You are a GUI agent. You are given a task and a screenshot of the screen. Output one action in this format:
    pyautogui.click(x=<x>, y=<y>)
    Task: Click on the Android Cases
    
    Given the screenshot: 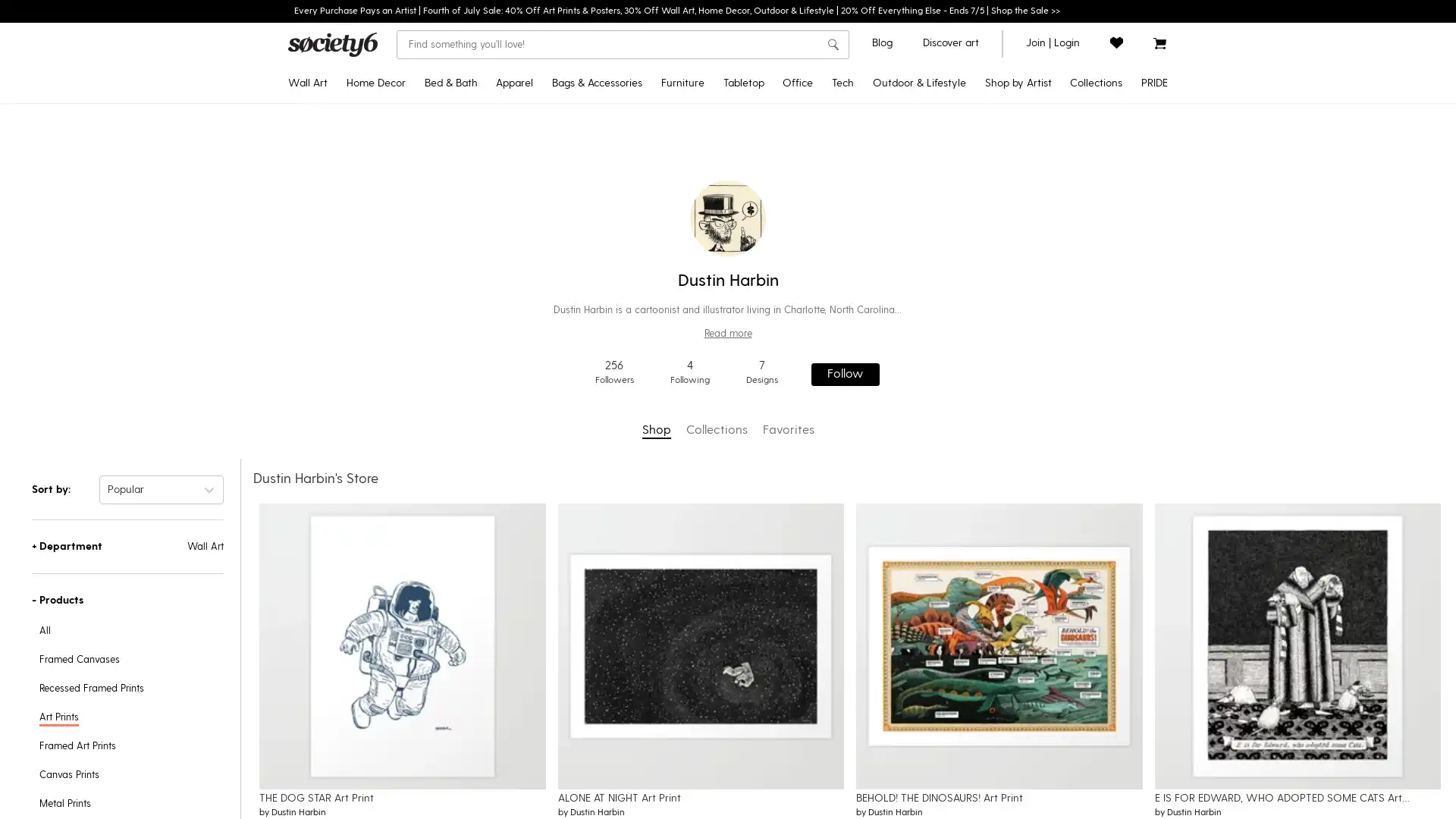 What is the action you would take?
    pyautogui.click(x=896, y=146)
    